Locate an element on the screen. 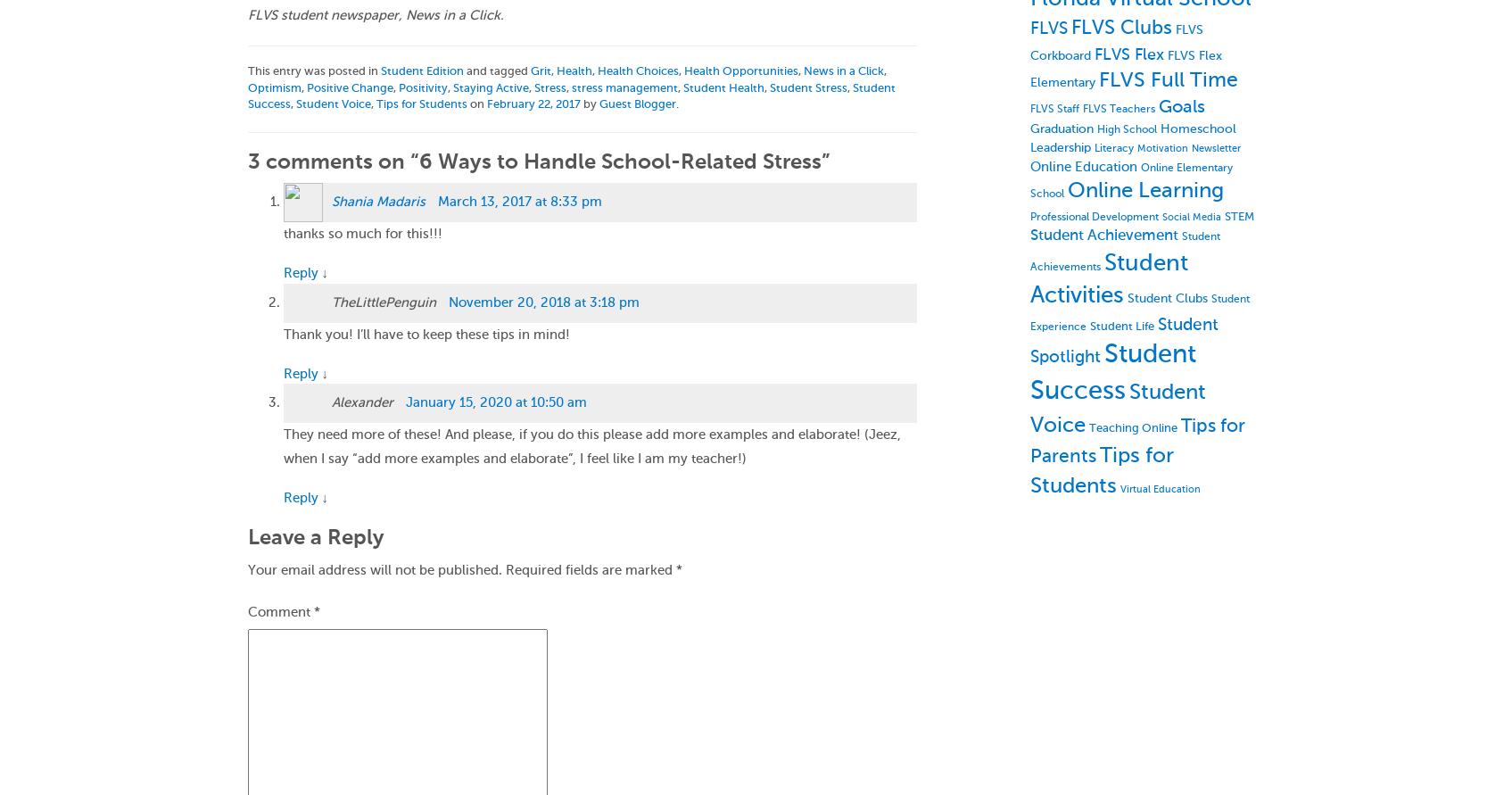 The width and height of the screenshot is (1512, 795). 'Student Achievements' is located at coordinates (1124, 250).